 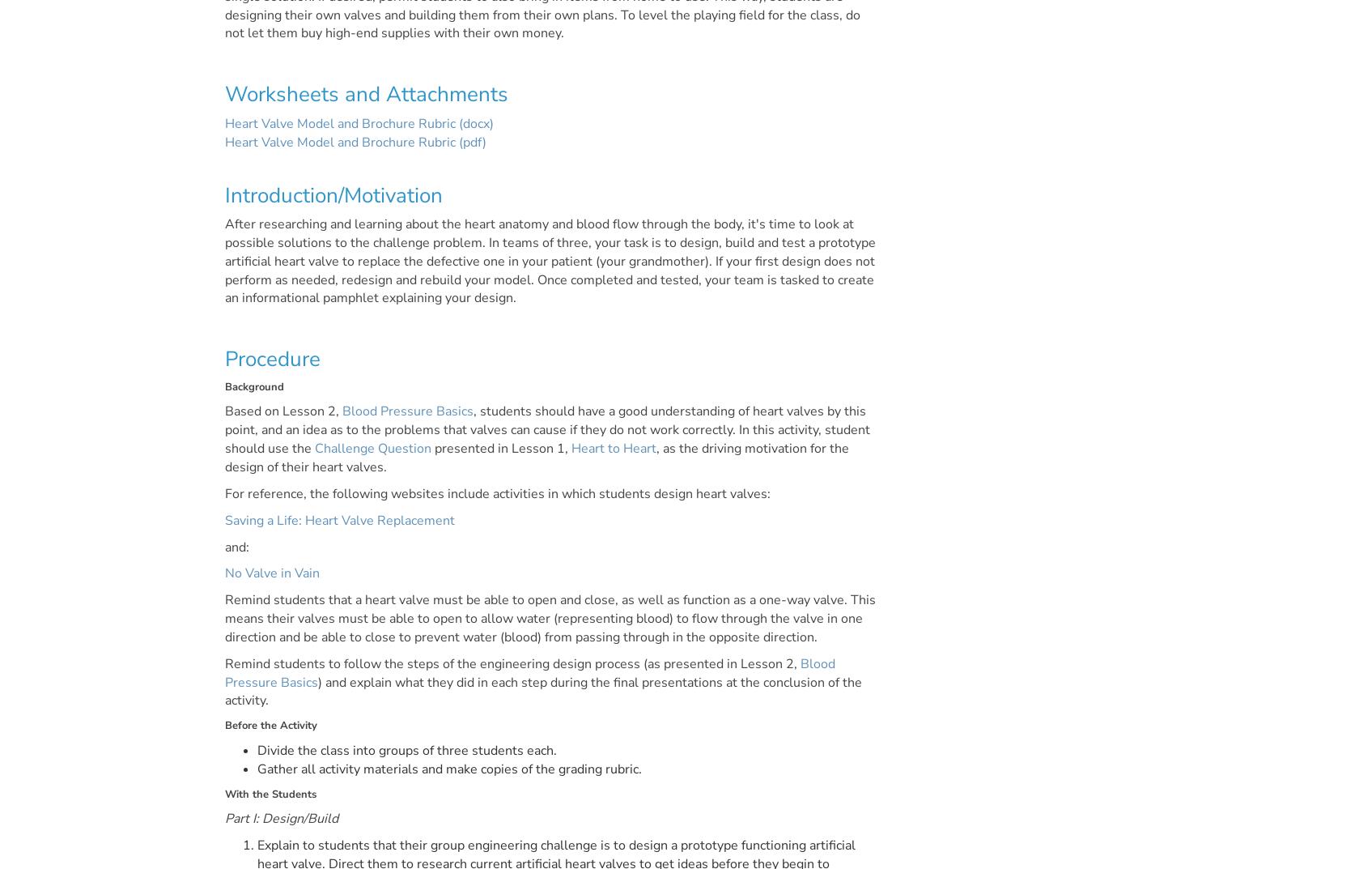 What do you see at coordinates (223, 429) in the screenshot?
I see `', students should have a good understanding of heart valves by this point, and an idea as to the problems that valves can cause if they do not work correctly. In this activity, student should use the'` at bounding box center [223, 429].